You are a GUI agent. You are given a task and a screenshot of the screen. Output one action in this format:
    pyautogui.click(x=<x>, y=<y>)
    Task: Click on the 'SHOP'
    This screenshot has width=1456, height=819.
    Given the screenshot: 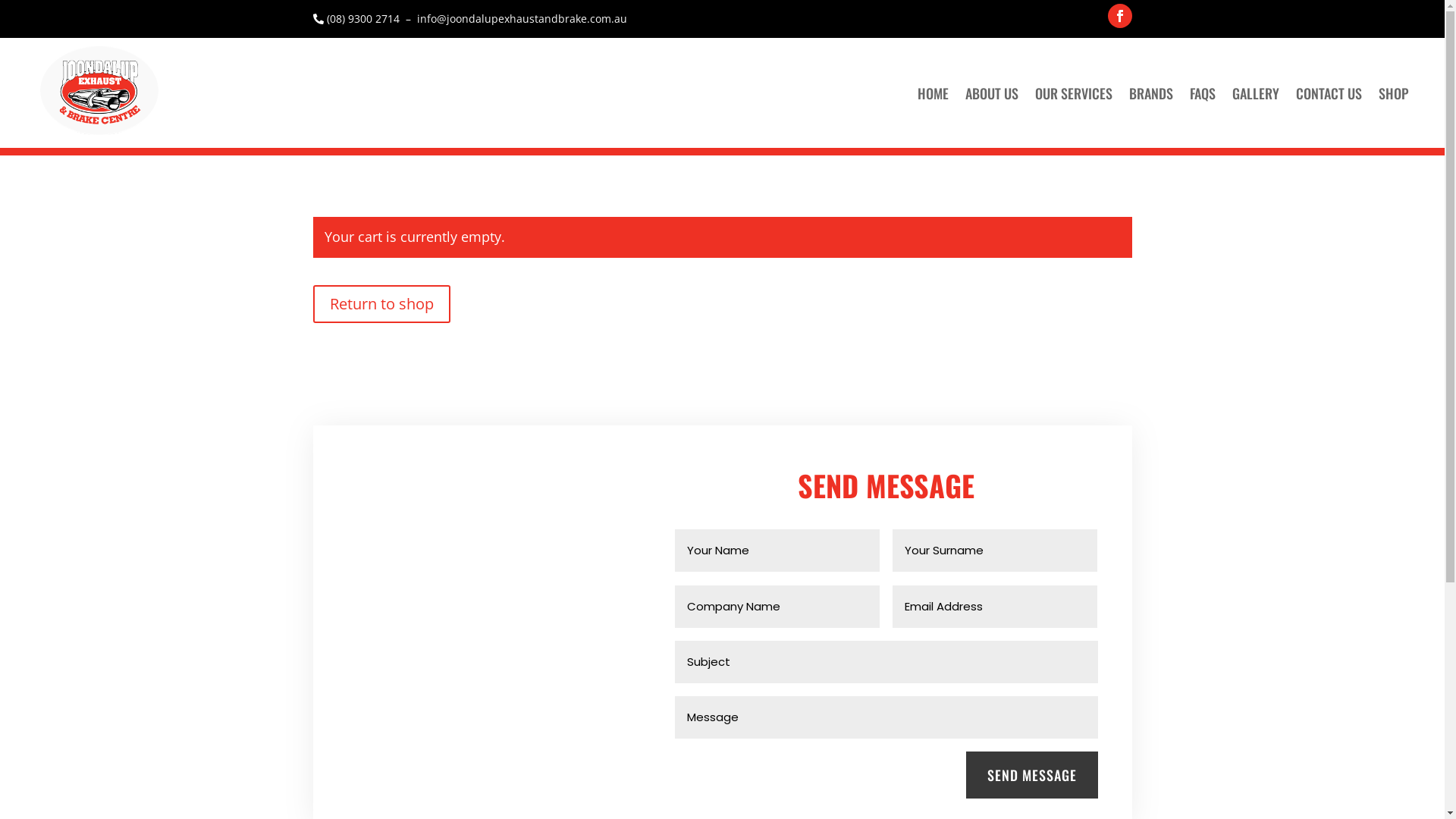 What is the action you would take?
    pyautogui.click(x=1393, y=93)
    